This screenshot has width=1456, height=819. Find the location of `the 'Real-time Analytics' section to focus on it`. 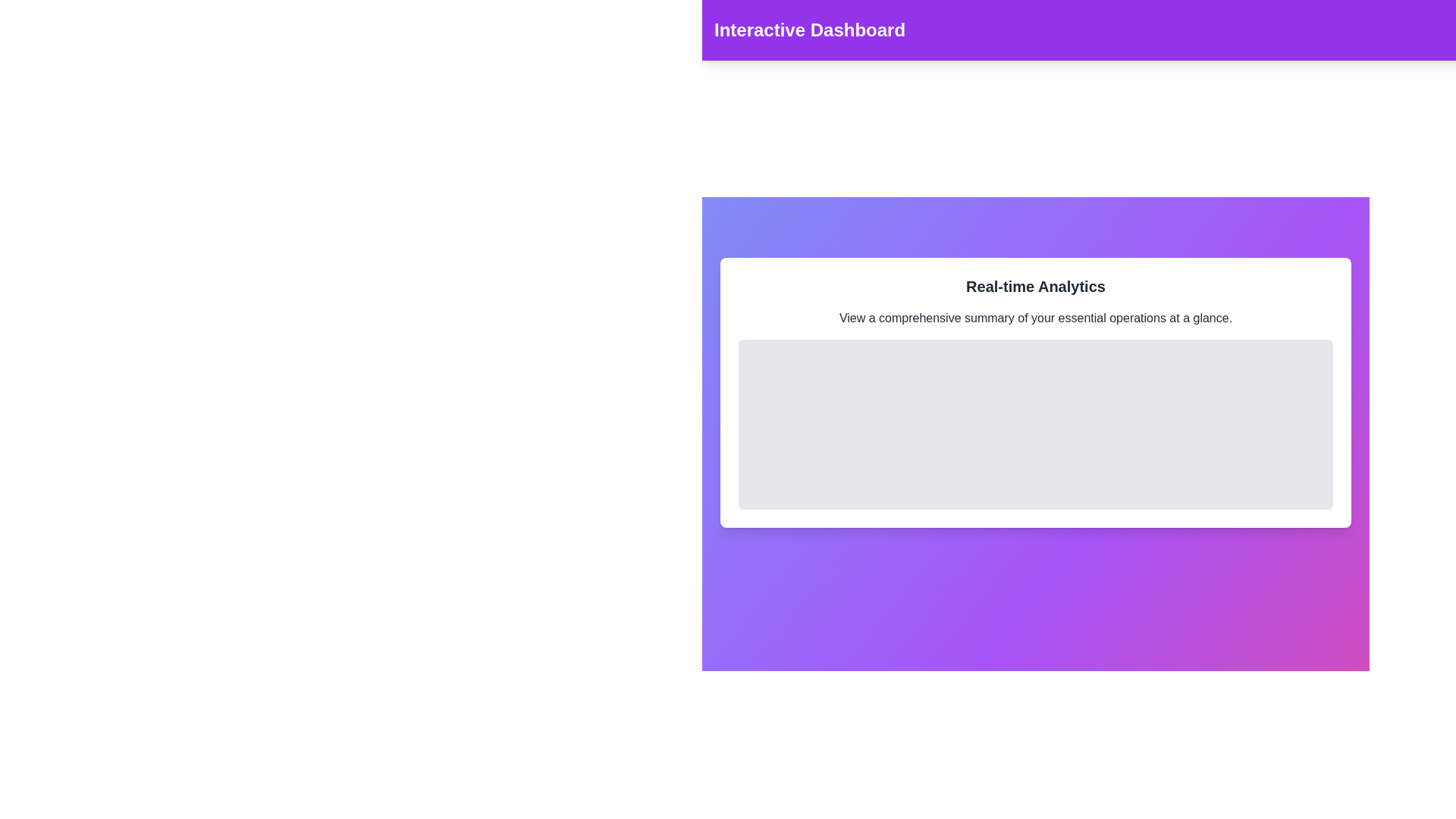

the 'Real-time Analytics' section to focus on it is located at coordinates (1035, 391).